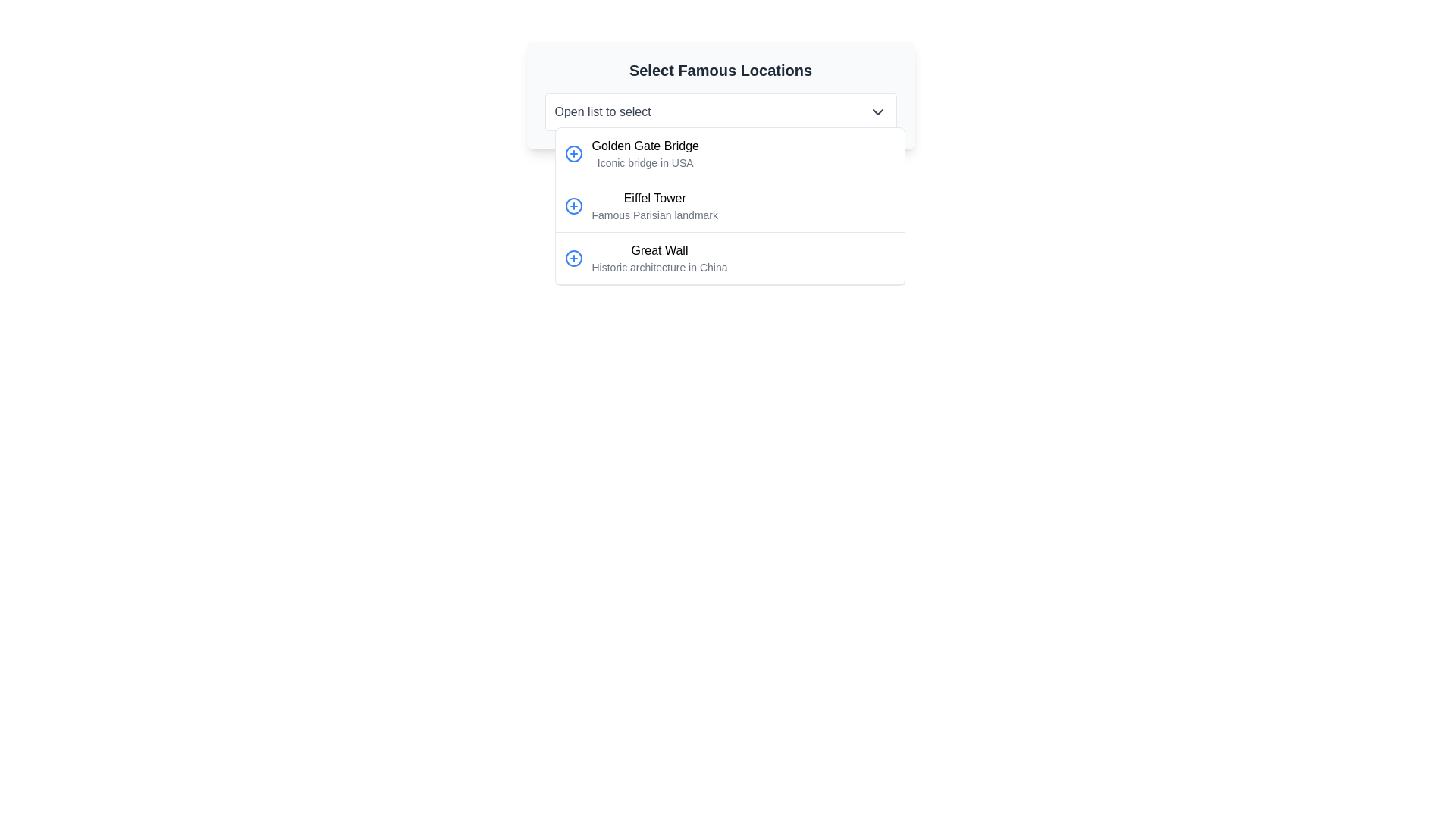 The height and width of the screenshot is (819, 1456). Describe the element at coordinates (654, 206) in the screenshot. I see `the list item containing descriptive text about the Eiffel Tower in the dropdown list titled 'Select Famous Locations'` at that location.